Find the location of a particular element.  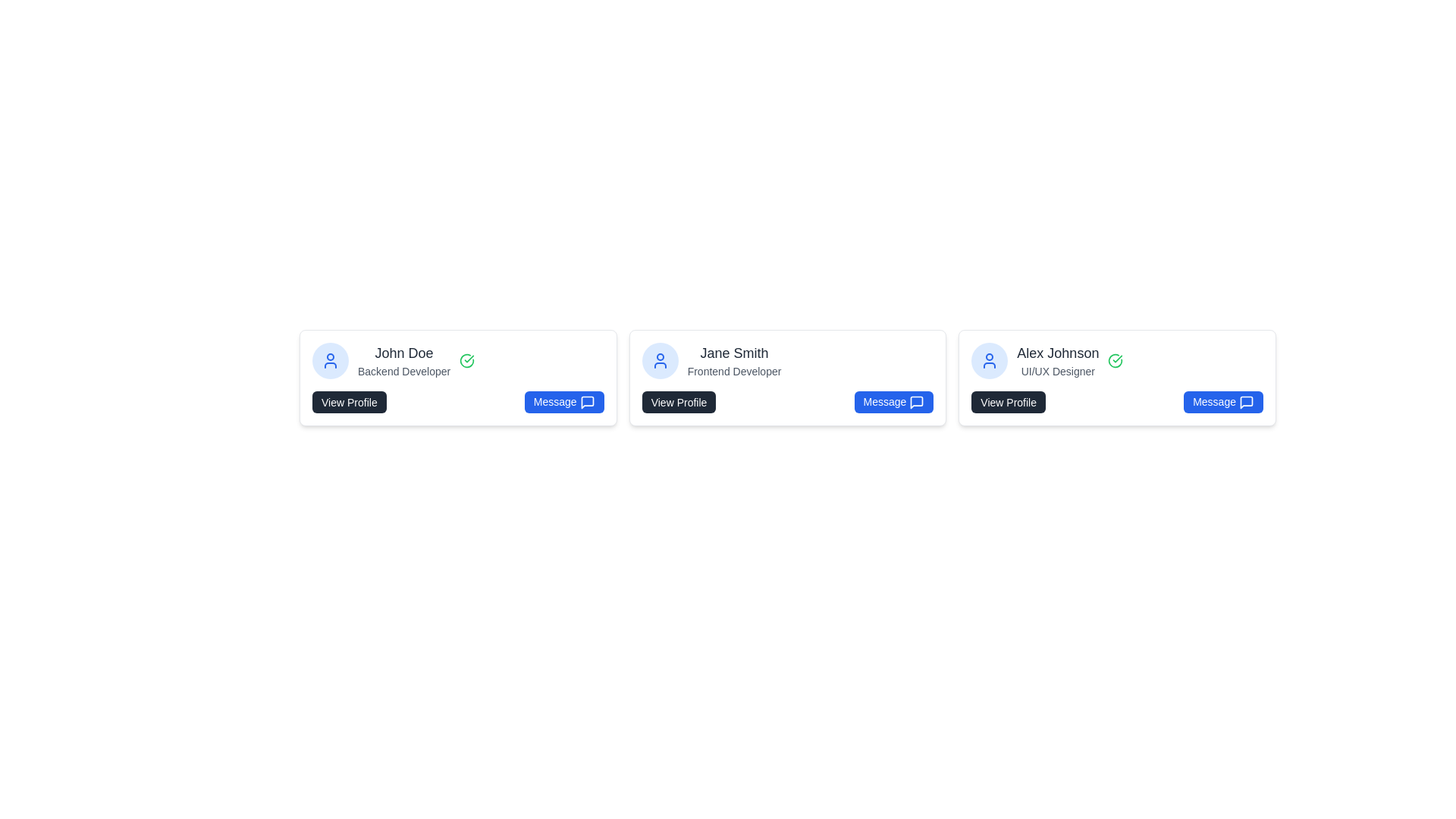

the circular icon with a green checkmark symbol located adjacent to the 'Alex Johnson' user label in the top-right corner of the card is located at coordinates (1116, 360).